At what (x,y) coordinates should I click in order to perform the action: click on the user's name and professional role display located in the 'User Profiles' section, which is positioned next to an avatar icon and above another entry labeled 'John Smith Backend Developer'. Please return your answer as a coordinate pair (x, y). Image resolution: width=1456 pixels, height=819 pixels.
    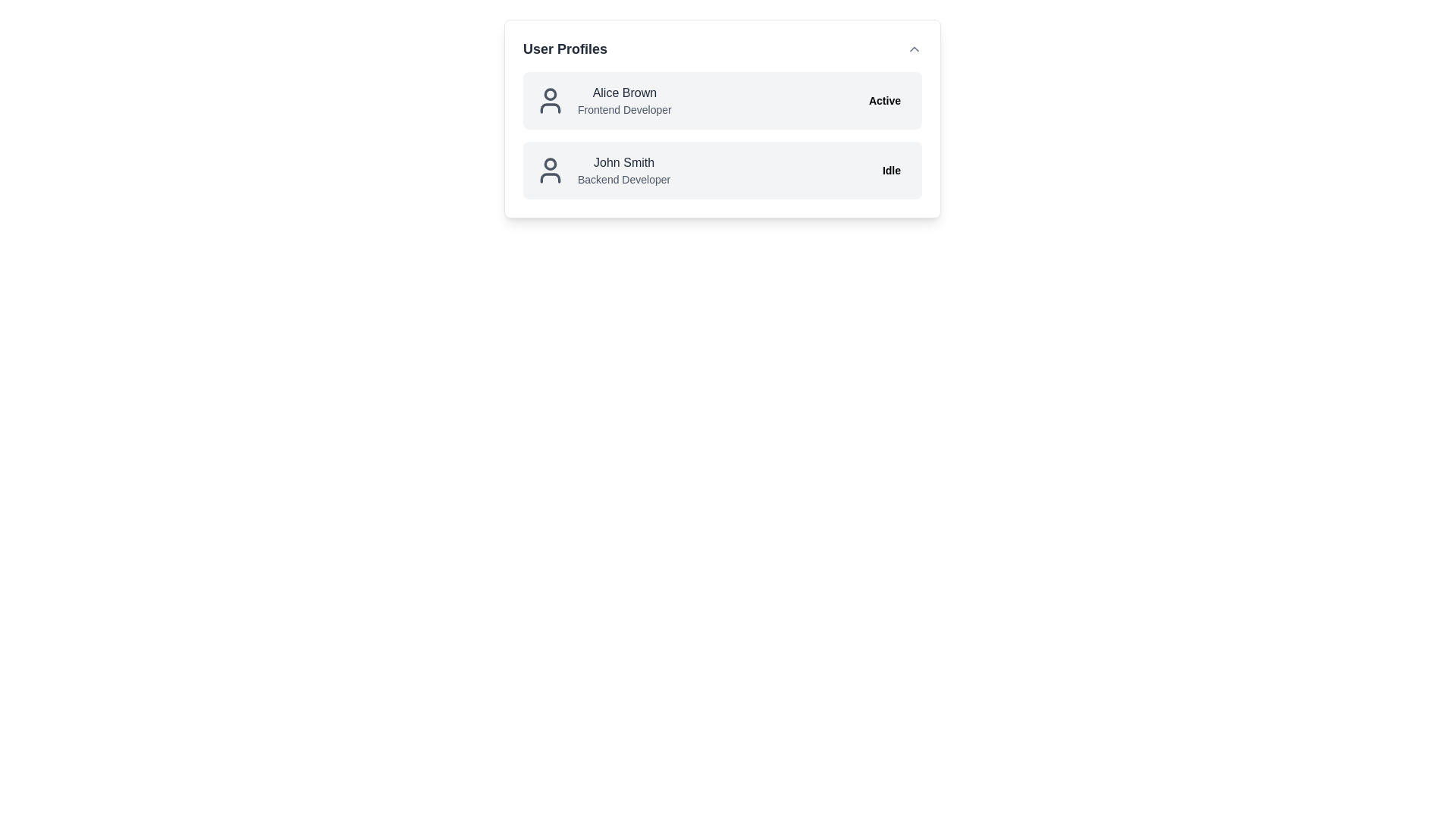
    Looking at the image, I should click on (624, 100).